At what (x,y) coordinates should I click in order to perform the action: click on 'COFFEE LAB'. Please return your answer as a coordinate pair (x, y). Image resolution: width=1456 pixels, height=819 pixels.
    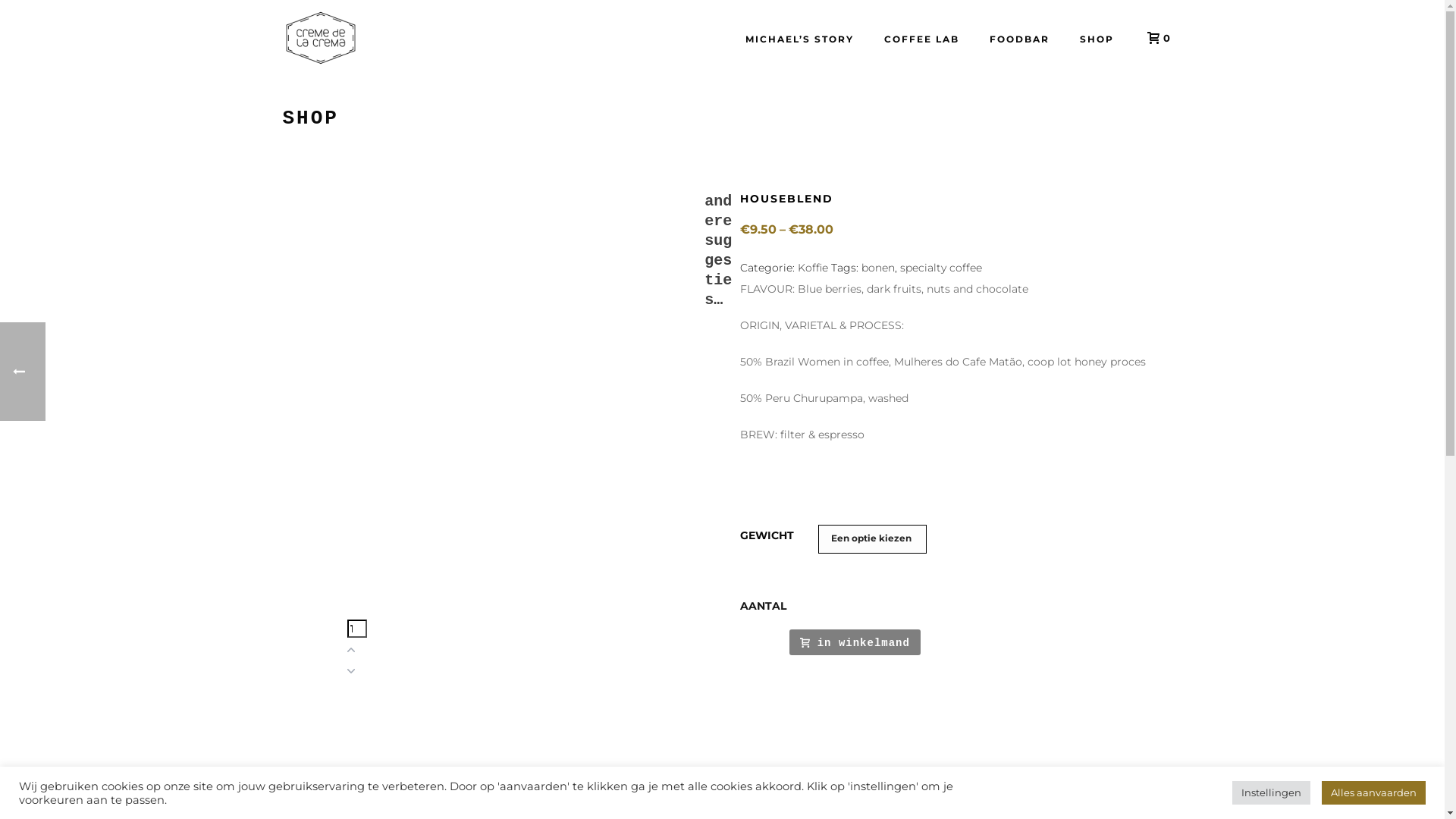
    Looking at the image, I should click on (869, 37).